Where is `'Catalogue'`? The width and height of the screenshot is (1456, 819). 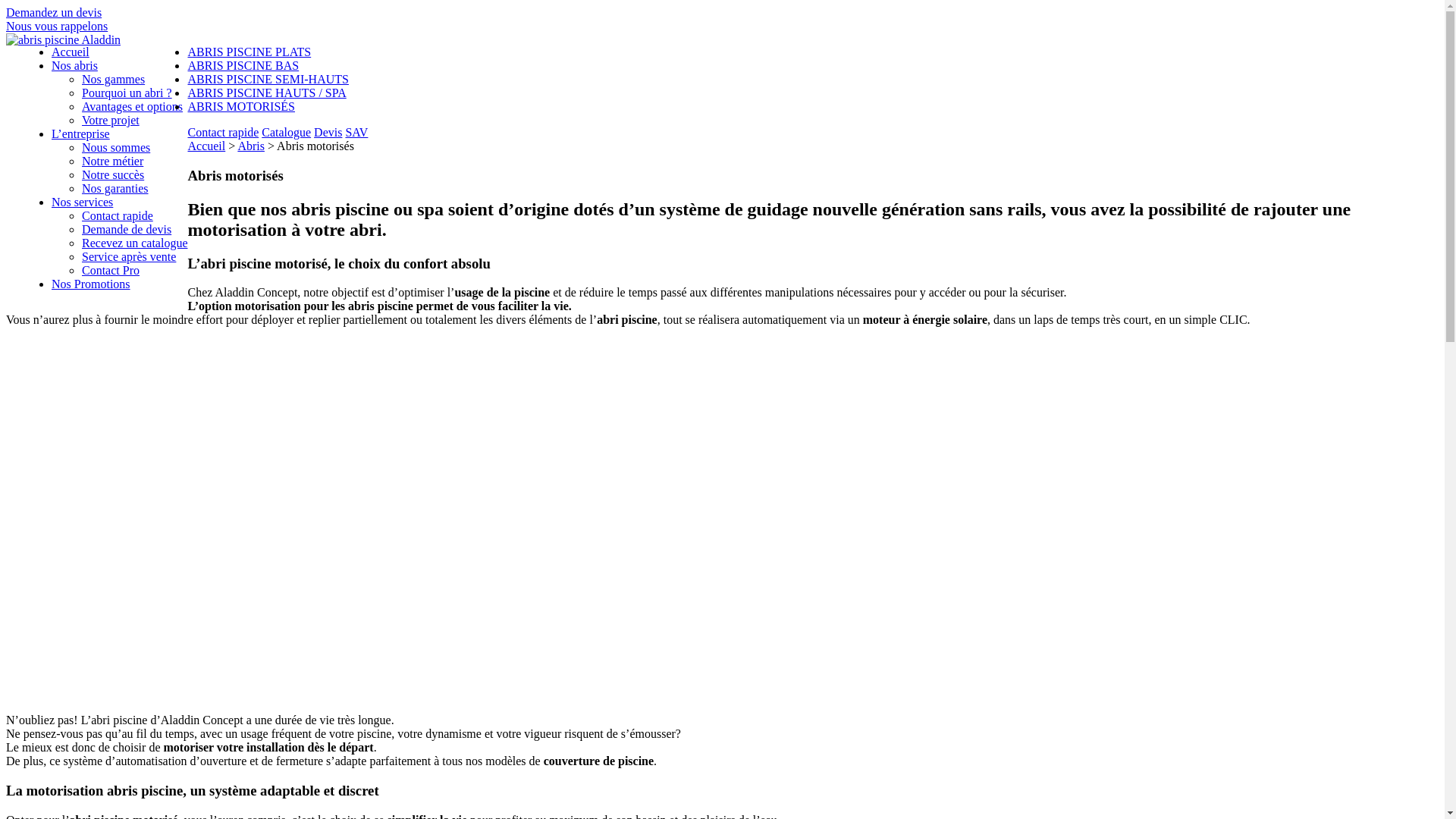 'Catalogue' is located at coordinates (286, 131).